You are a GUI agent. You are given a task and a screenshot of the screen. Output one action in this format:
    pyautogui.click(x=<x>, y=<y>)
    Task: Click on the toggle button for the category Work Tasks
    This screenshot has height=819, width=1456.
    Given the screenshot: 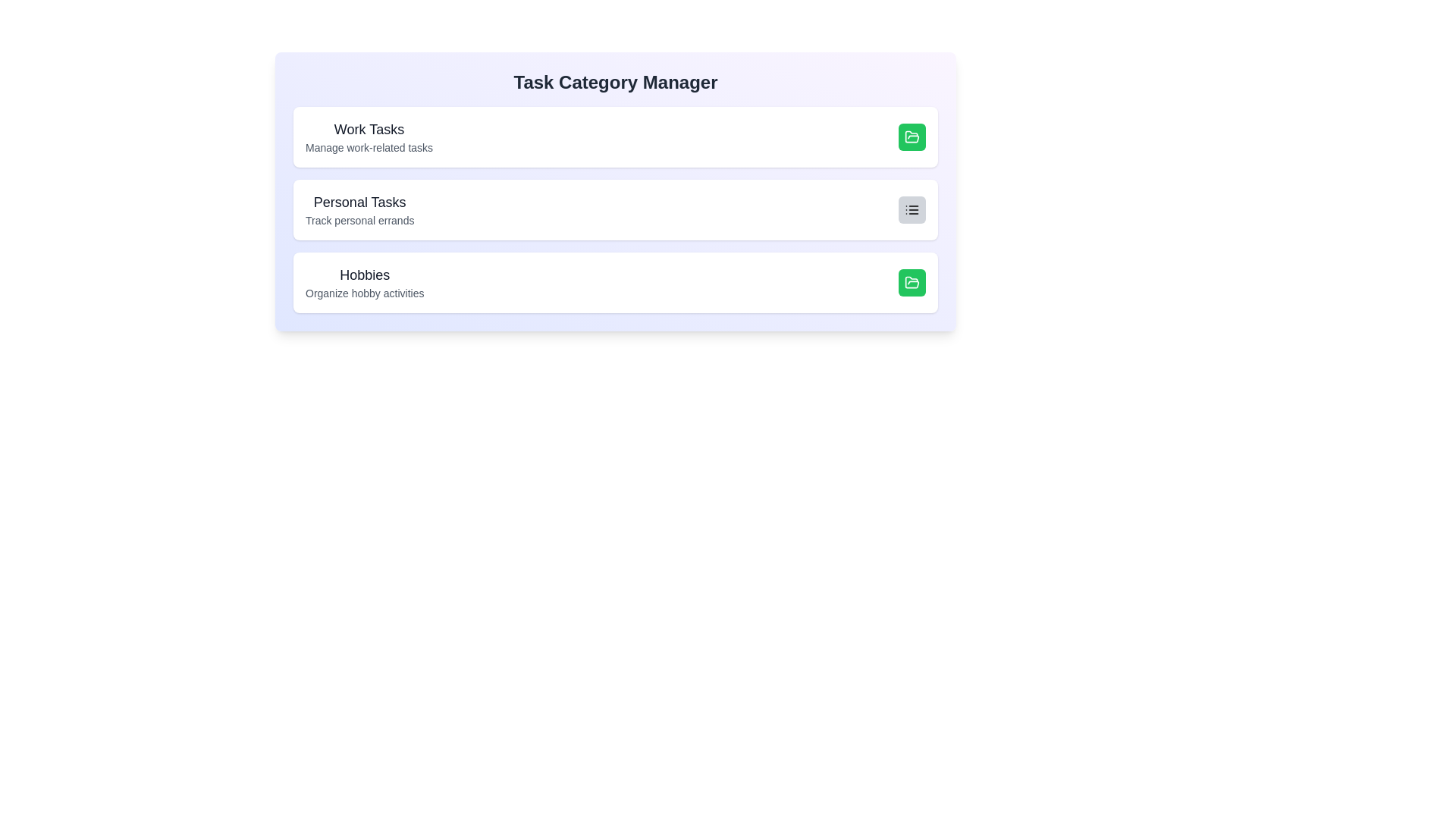 What is the action you would take?
    pyautogui.click(x=912, y=137)
    